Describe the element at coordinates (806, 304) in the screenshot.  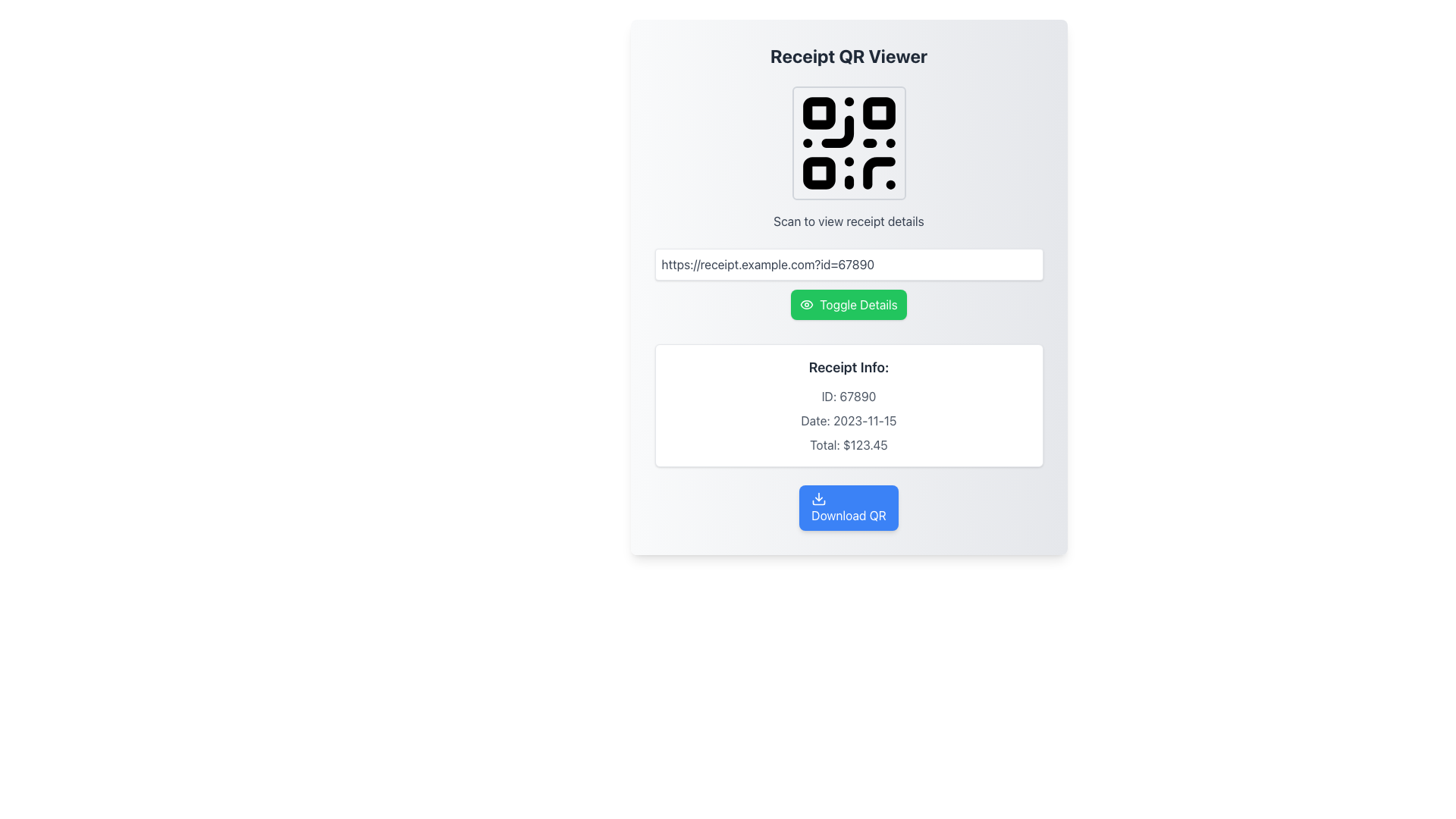
I see `the small eye-shaped Decorative Icon, which is positioned on the left side of the green 'Toggle Details' button` at that location.